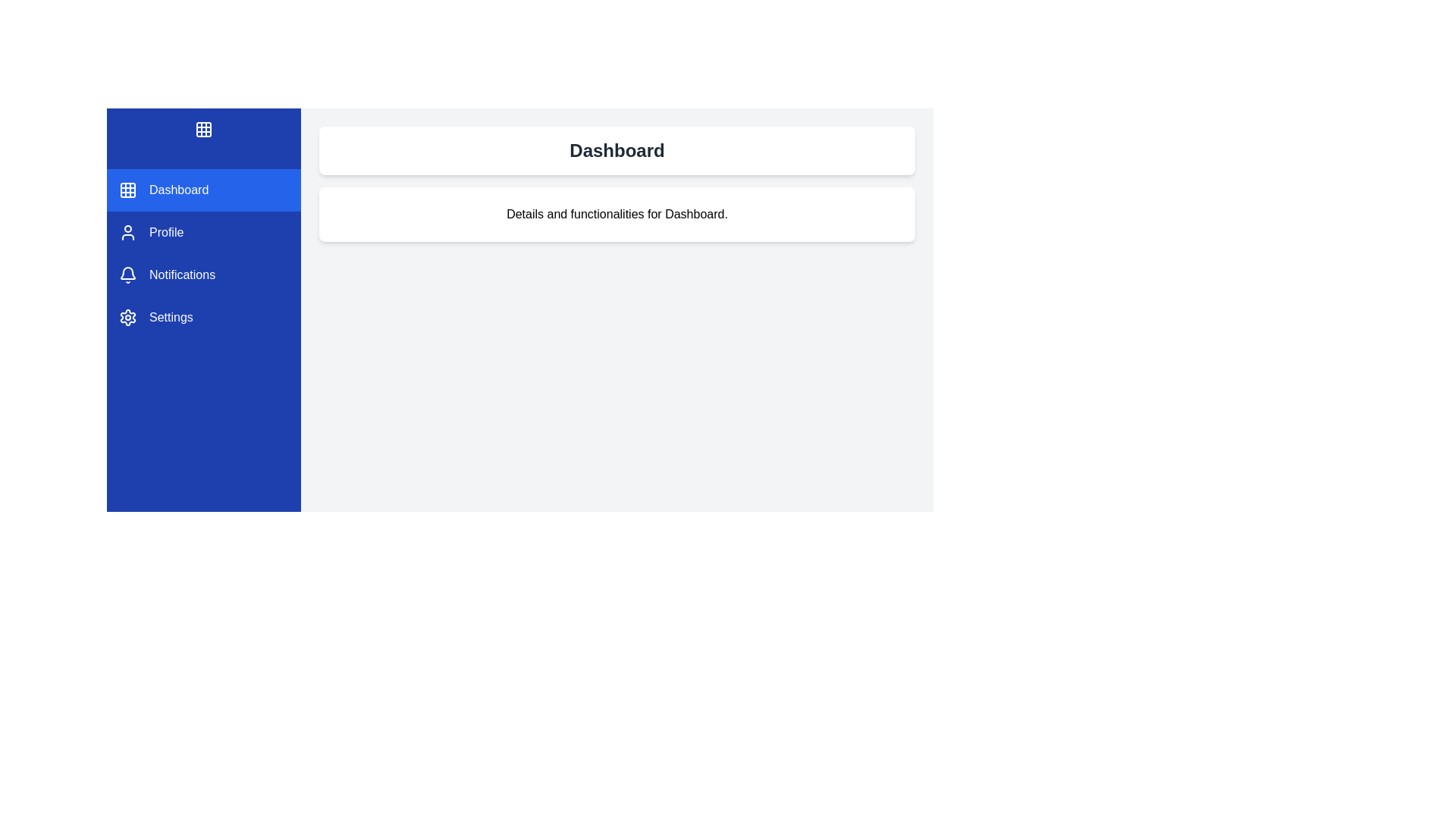  What do you see at coordinates (127, 275) in the screenshot?
I see `the bell-shaped notification icon located in the Notifications menu item on the left-hand side of the interface` at bounding box center [127, 275].